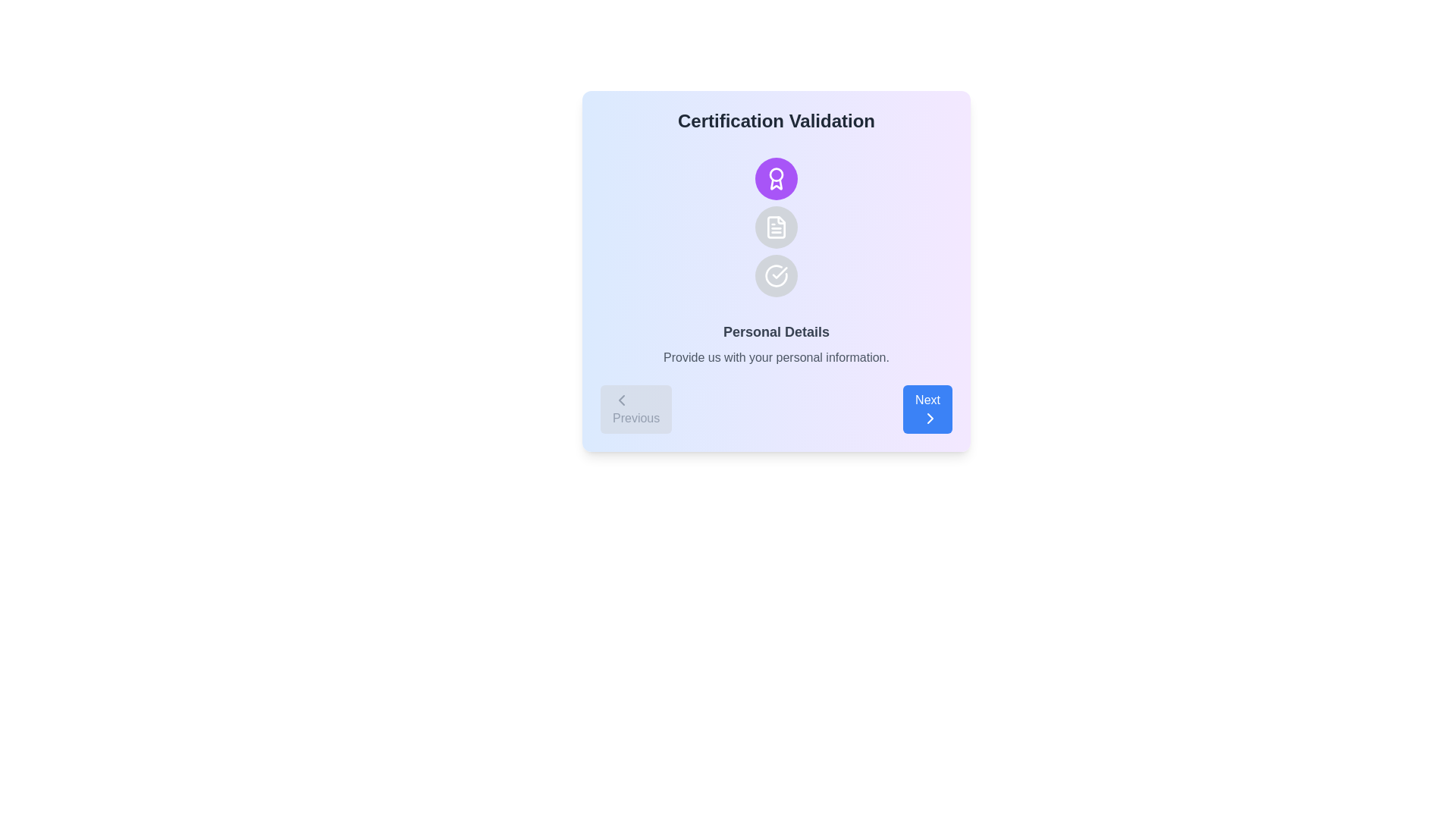  Describe the element at coordinates (622, 400) in the screenshot. I see `the small left-facing chevron icon with a gray stroke, located inside the rounded rectangular button labeled 'Previous' at the bottom-left corner of the card-like interface` at that location.